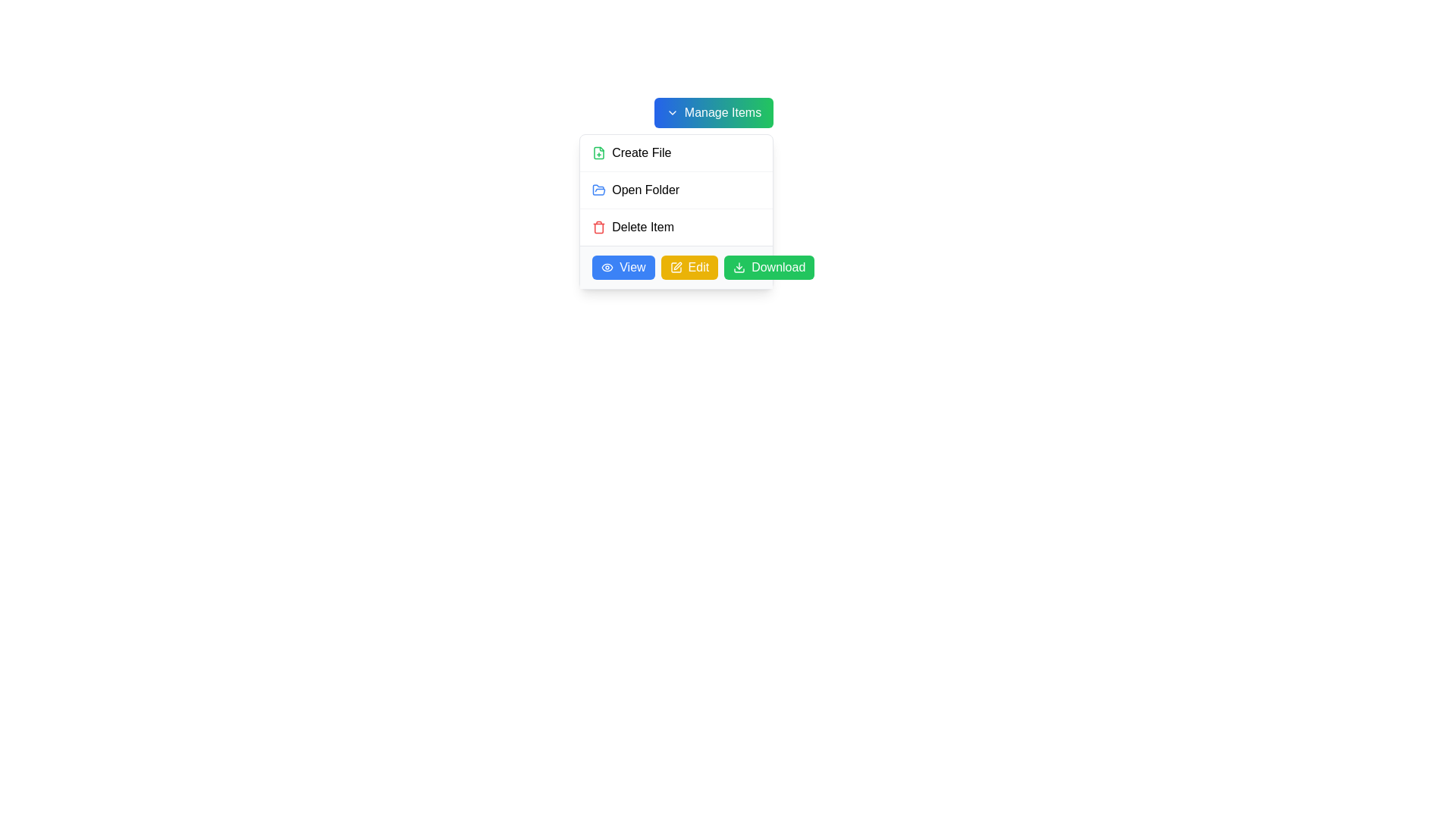 The height and width of the screenshot is (819, 1456). I want to click on the rectangular base of the trash icon, which represents the 'Delete Item' functionality in the menu interface, so click(598, 228).